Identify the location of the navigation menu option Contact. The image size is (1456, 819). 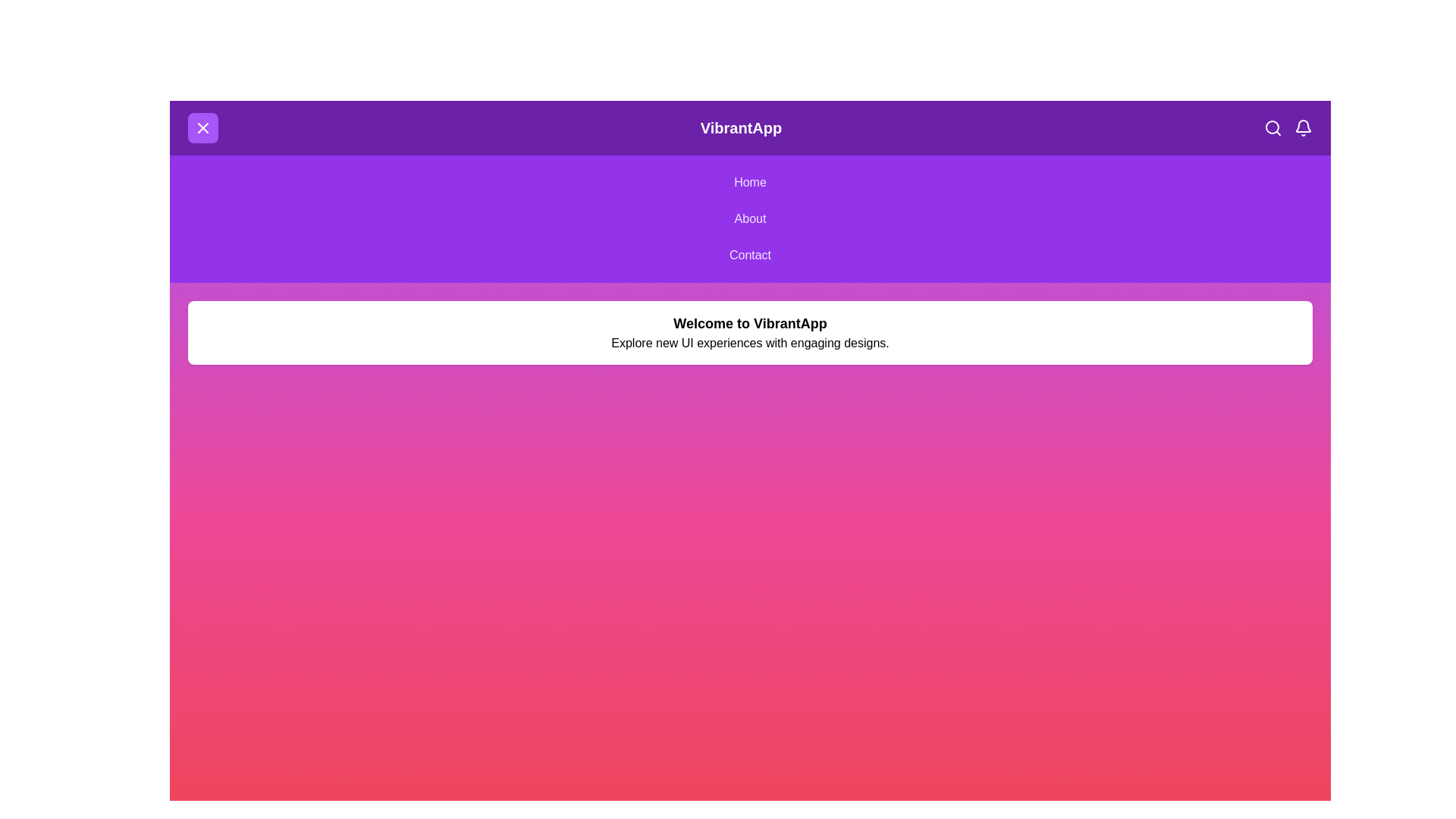
(750, 254).